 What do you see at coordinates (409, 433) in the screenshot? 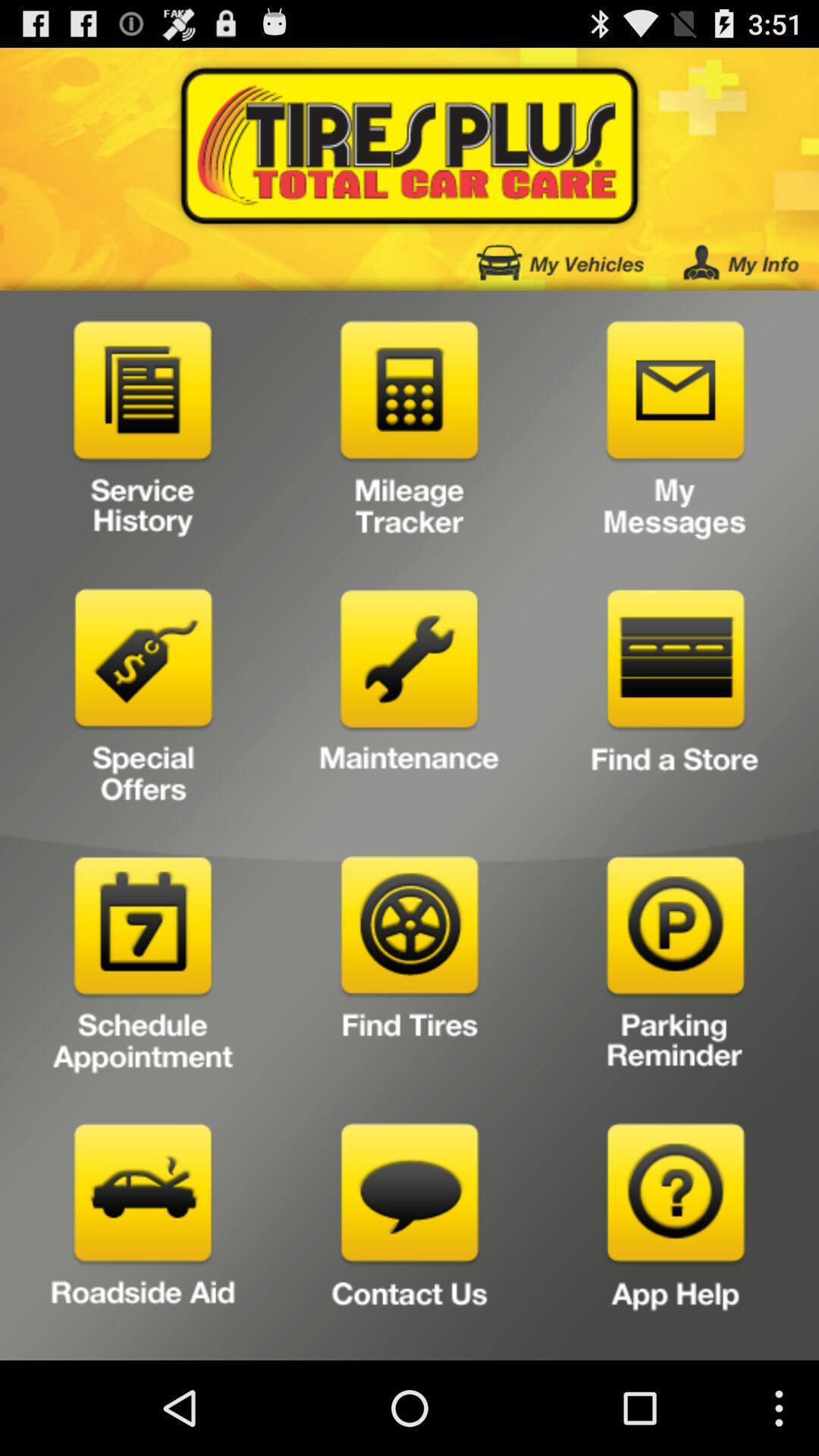
I see `track the mileage` at bounding box center [409, 433].